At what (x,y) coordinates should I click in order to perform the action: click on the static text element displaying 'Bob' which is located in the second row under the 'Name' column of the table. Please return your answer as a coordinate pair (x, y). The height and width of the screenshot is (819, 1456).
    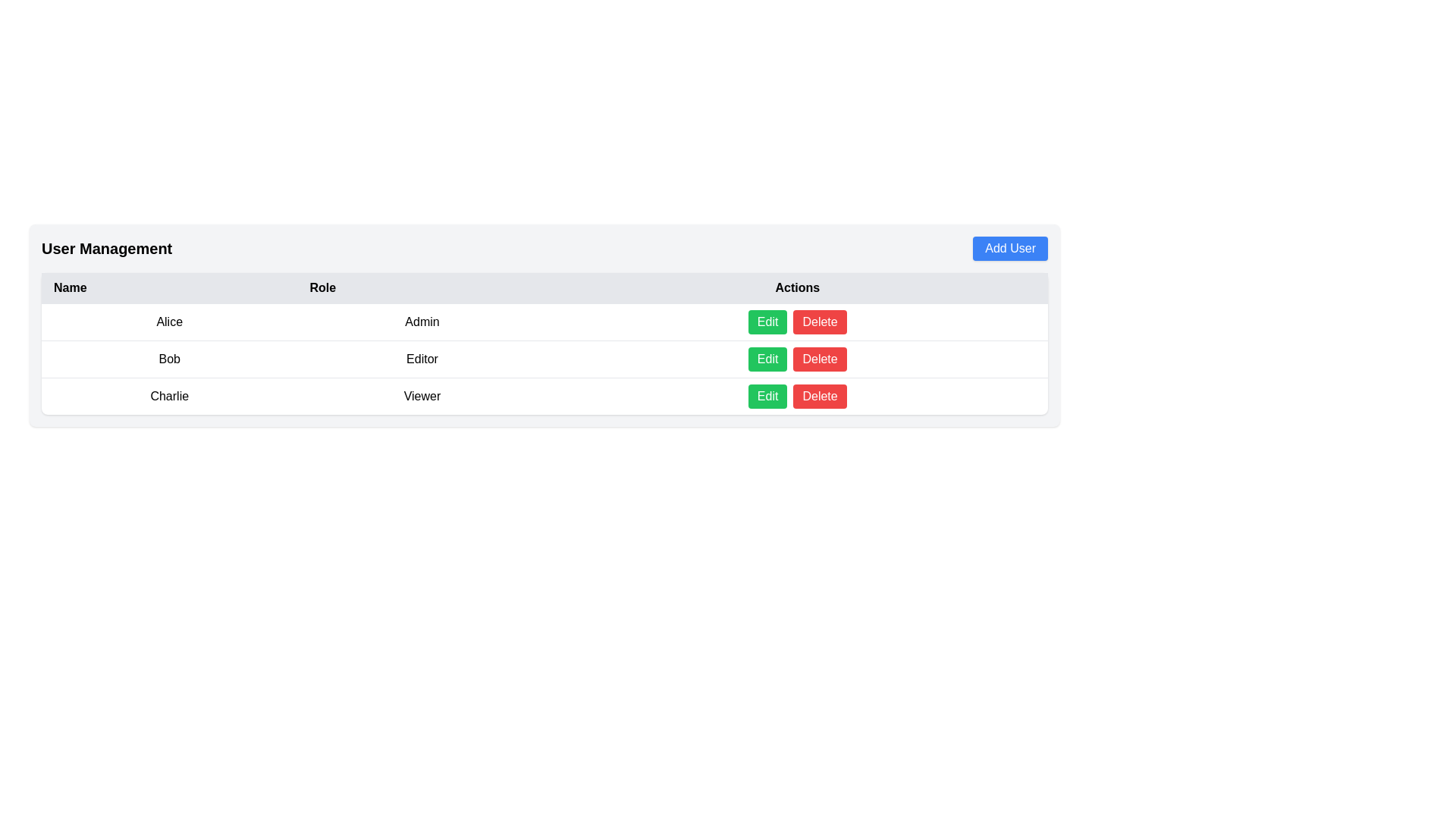
    Looking at the image, I should click on (169, 359).